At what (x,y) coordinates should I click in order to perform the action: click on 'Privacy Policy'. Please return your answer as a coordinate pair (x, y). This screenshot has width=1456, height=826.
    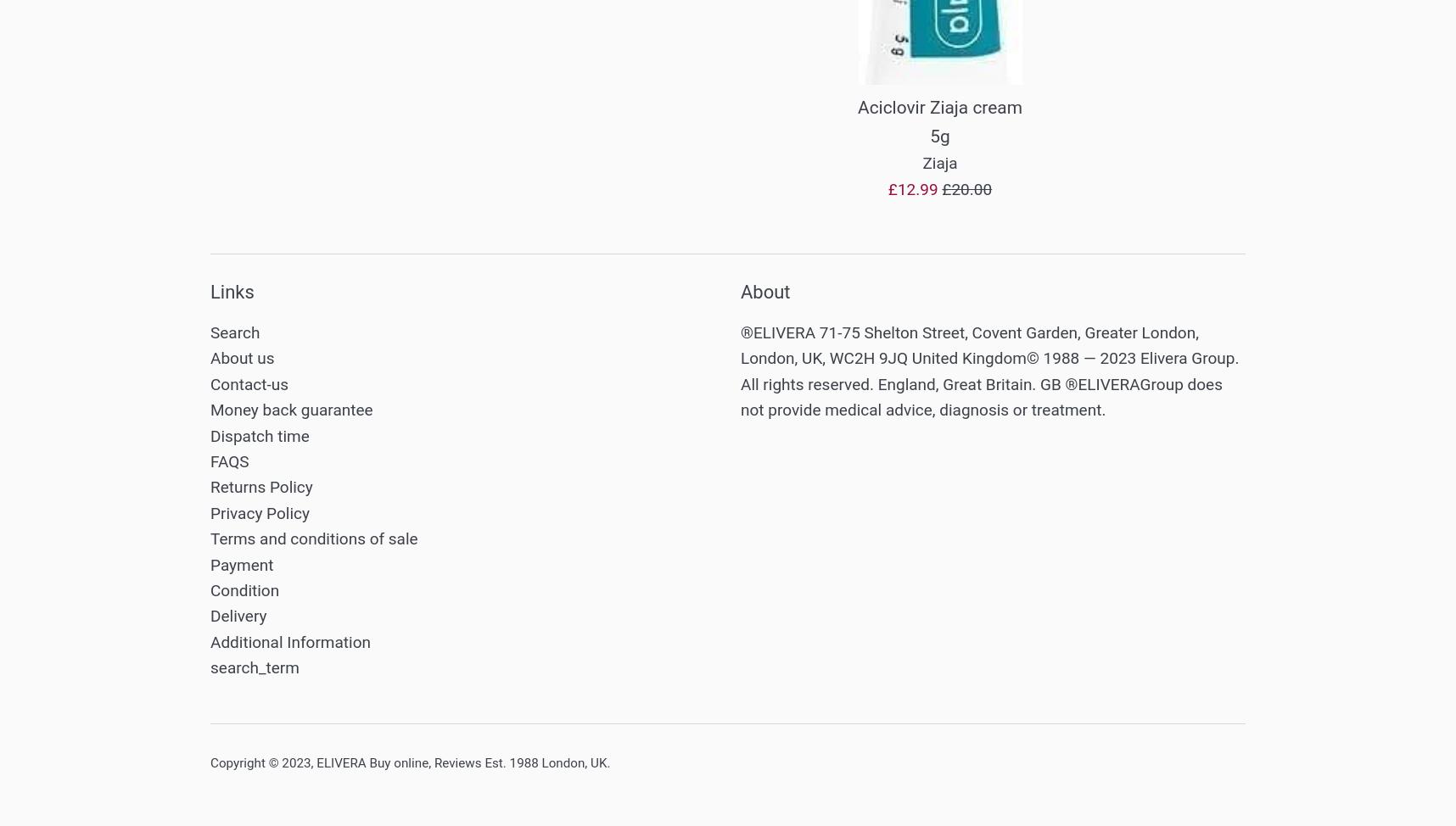
    Looking at the image, I should click on (258, 511).